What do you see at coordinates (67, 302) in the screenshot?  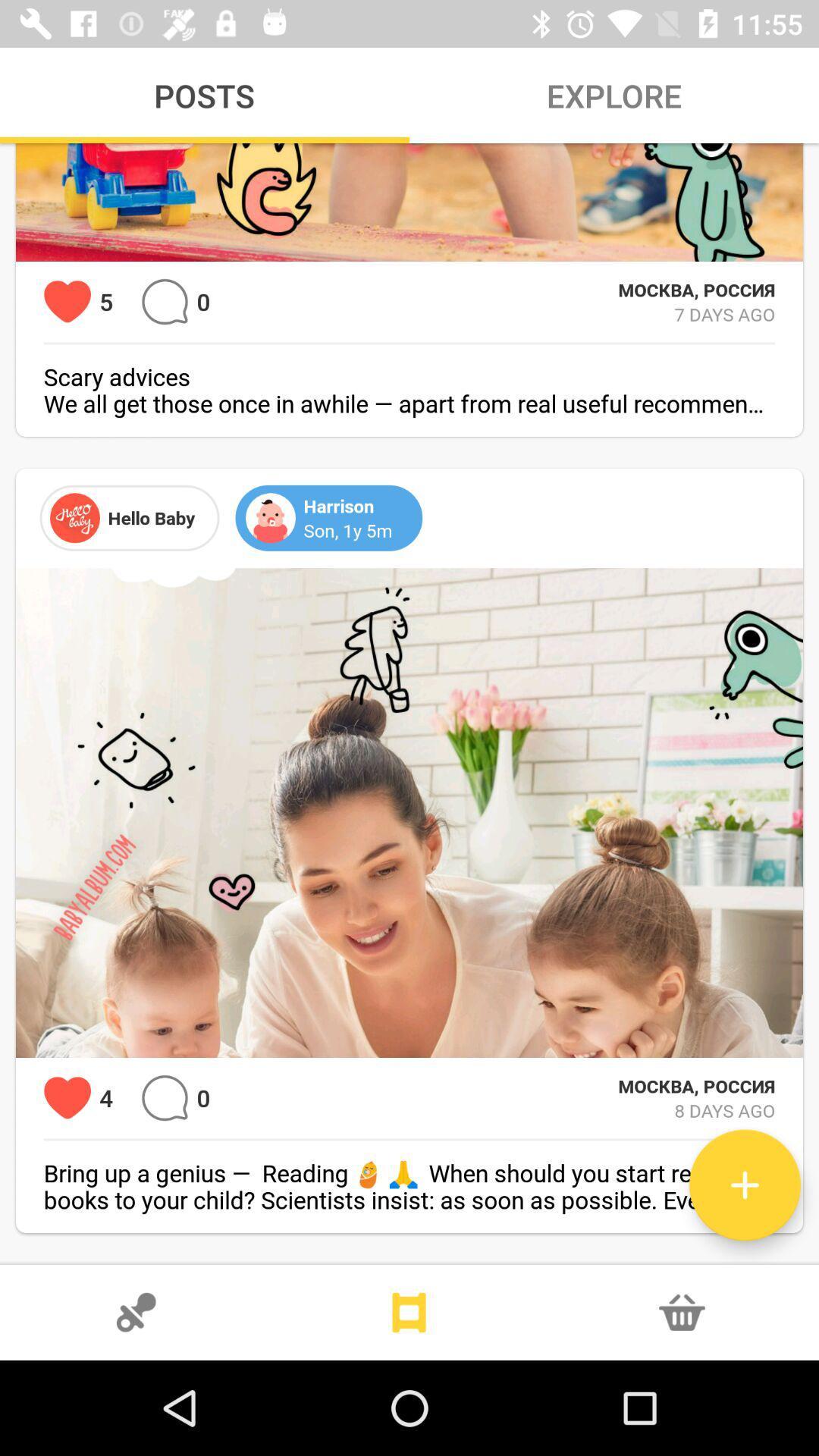 I see `indicates number of hearts previously selected` at bounding box center [67, 302].